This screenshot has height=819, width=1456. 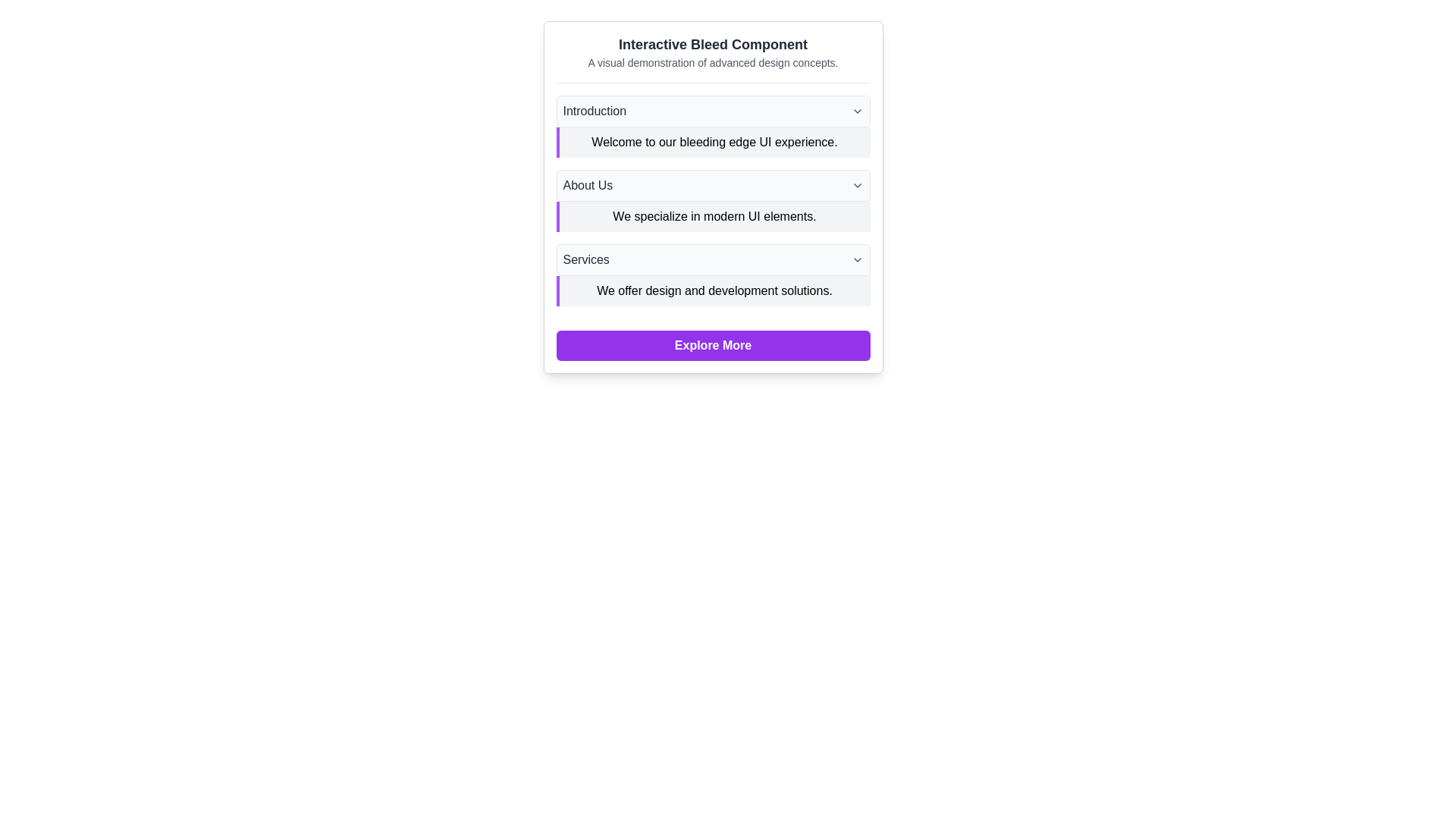 What do you see at coordinates (594, 110) in the screenshot?
I see `the 'Introduction' label, which is positioned under the 'Interactive Bleed Component' heading and precedes an icon in a collapsible menu section` at bounding box center [594, 110].